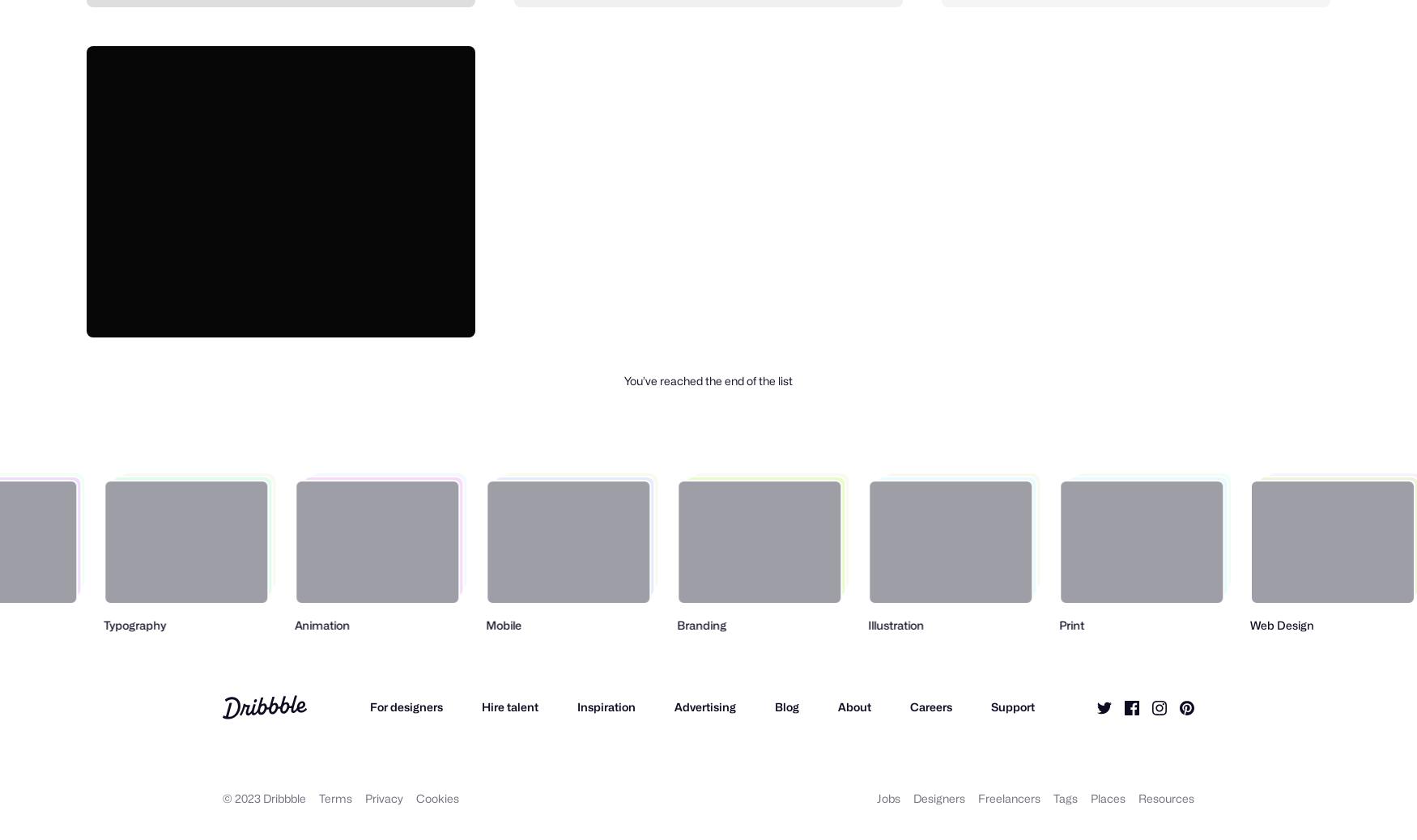 This screenshot has height=840, width=1417. I want to click on 'Ui Clock/Countdown', so click(166, 303).